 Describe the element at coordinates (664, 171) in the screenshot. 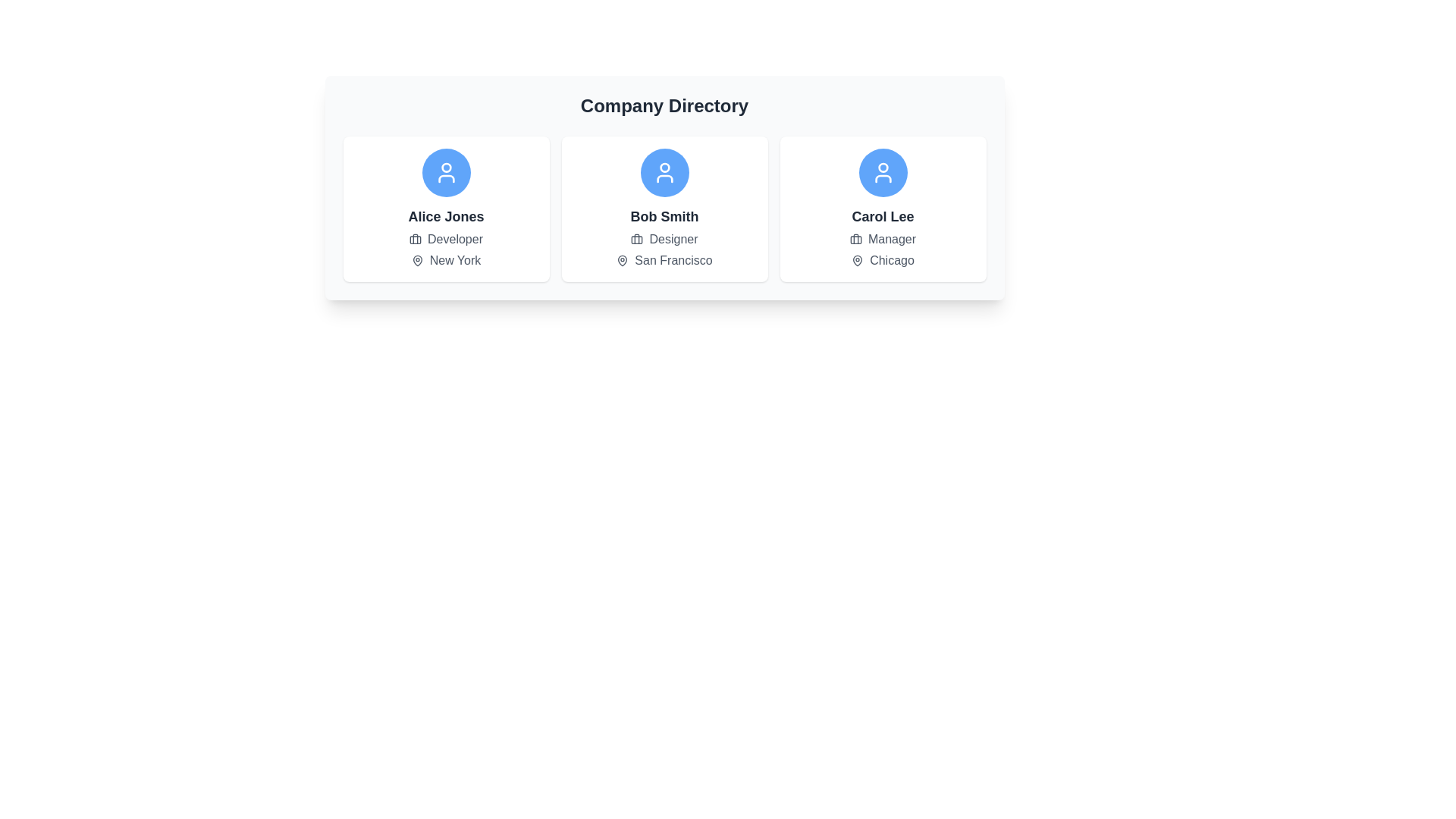

I see `properties of the user profile icon representing Bob Smith, located at the top-center of his profile card` at that location.